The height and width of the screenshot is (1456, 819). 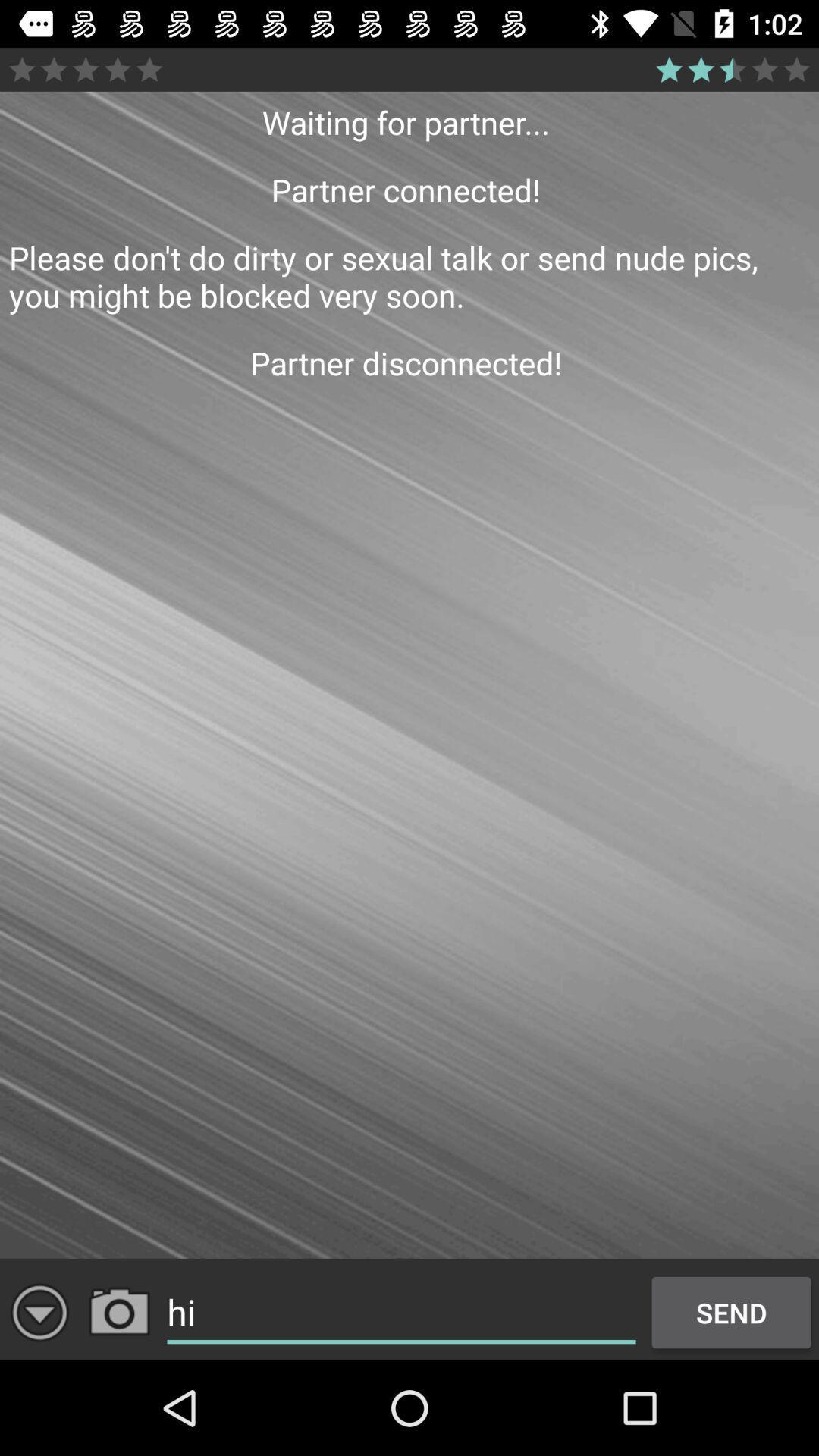 I want to click on the expand_more icon, so click(x=39, y=1312).